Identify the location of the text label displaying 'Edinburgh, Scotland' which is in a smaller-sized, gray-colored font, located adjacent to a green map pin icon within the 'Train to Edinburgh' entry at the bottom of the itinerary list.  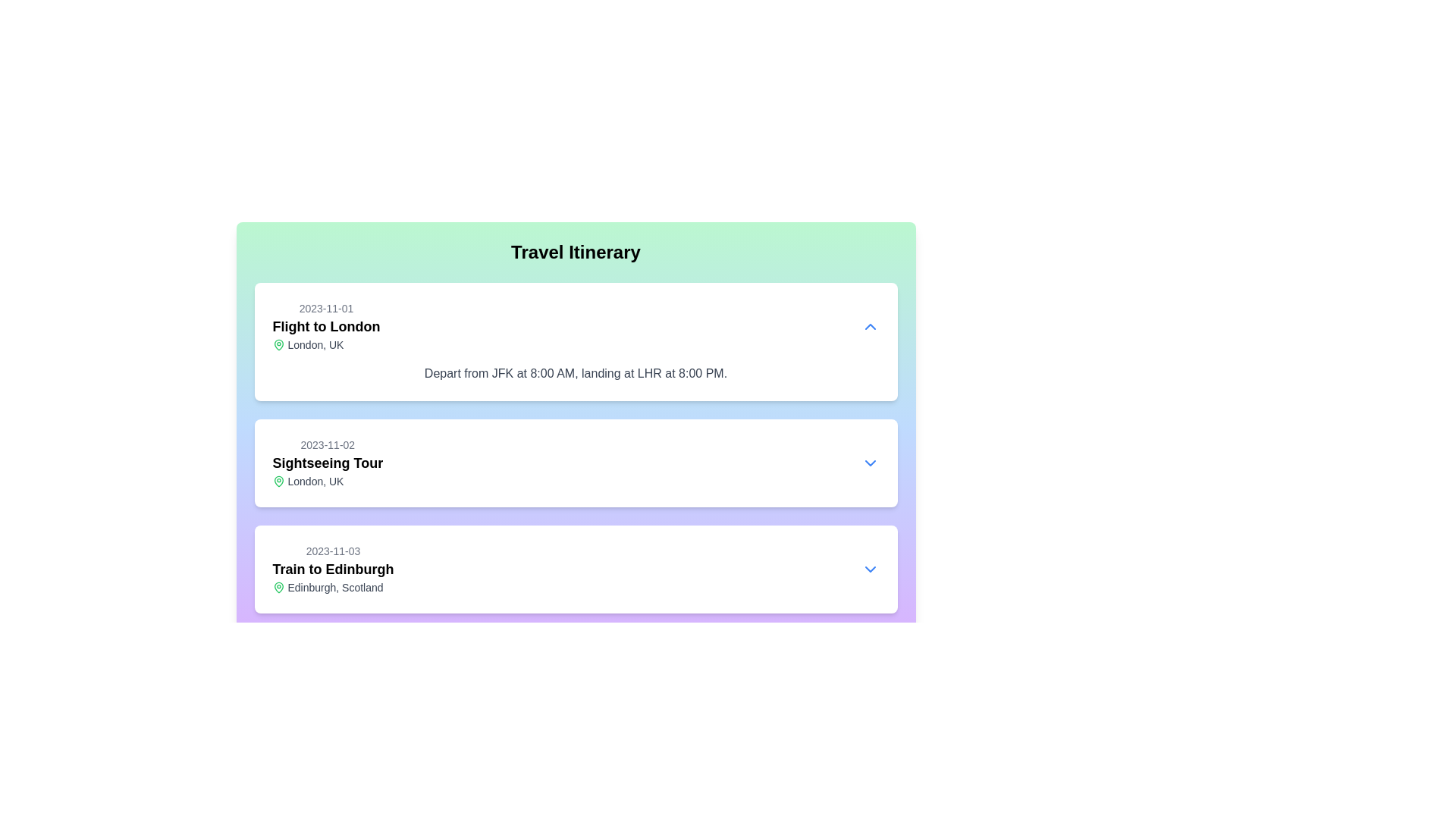
(334, 587).